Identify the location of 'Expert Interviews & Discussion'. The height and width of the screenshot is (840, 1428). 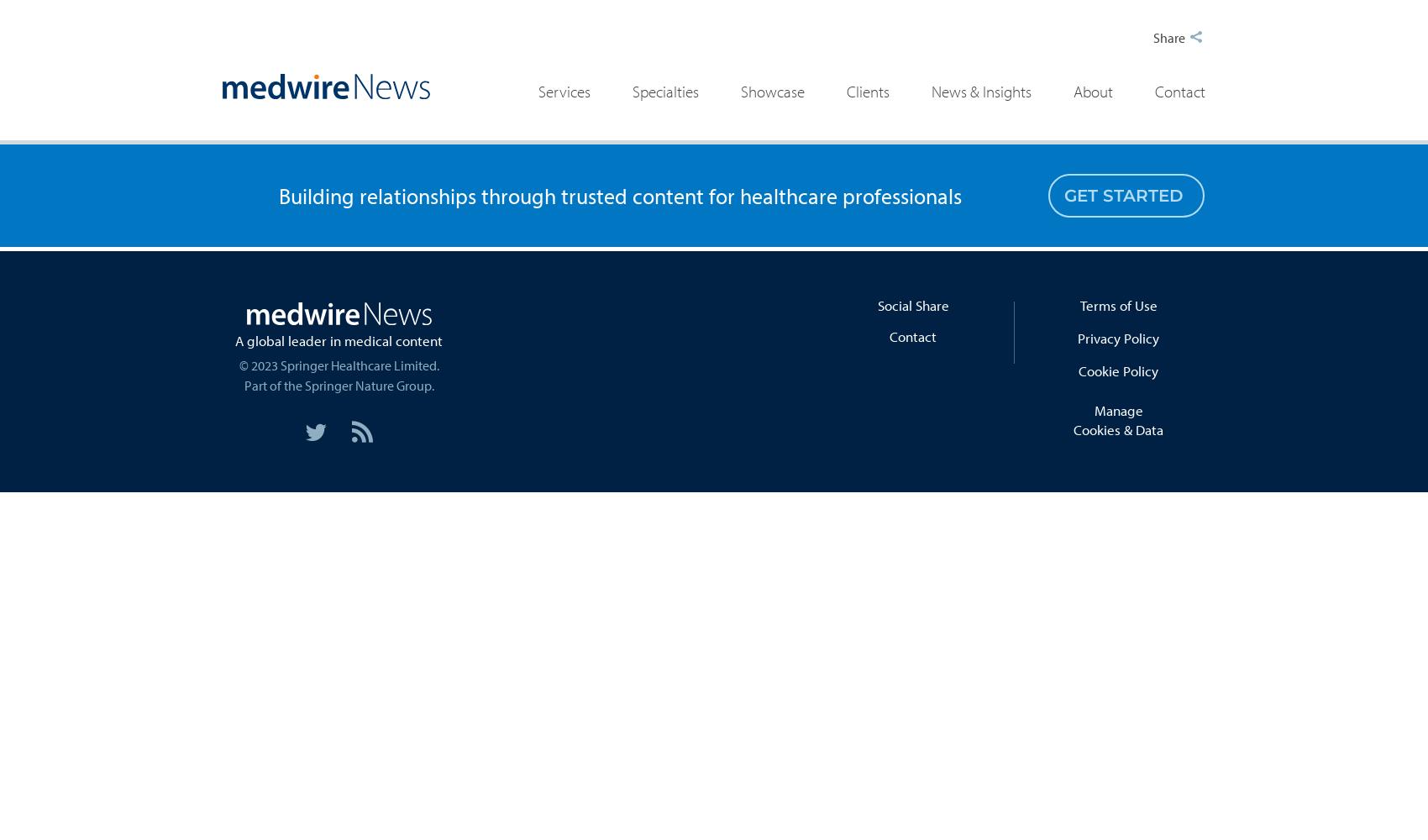
(764, 198).